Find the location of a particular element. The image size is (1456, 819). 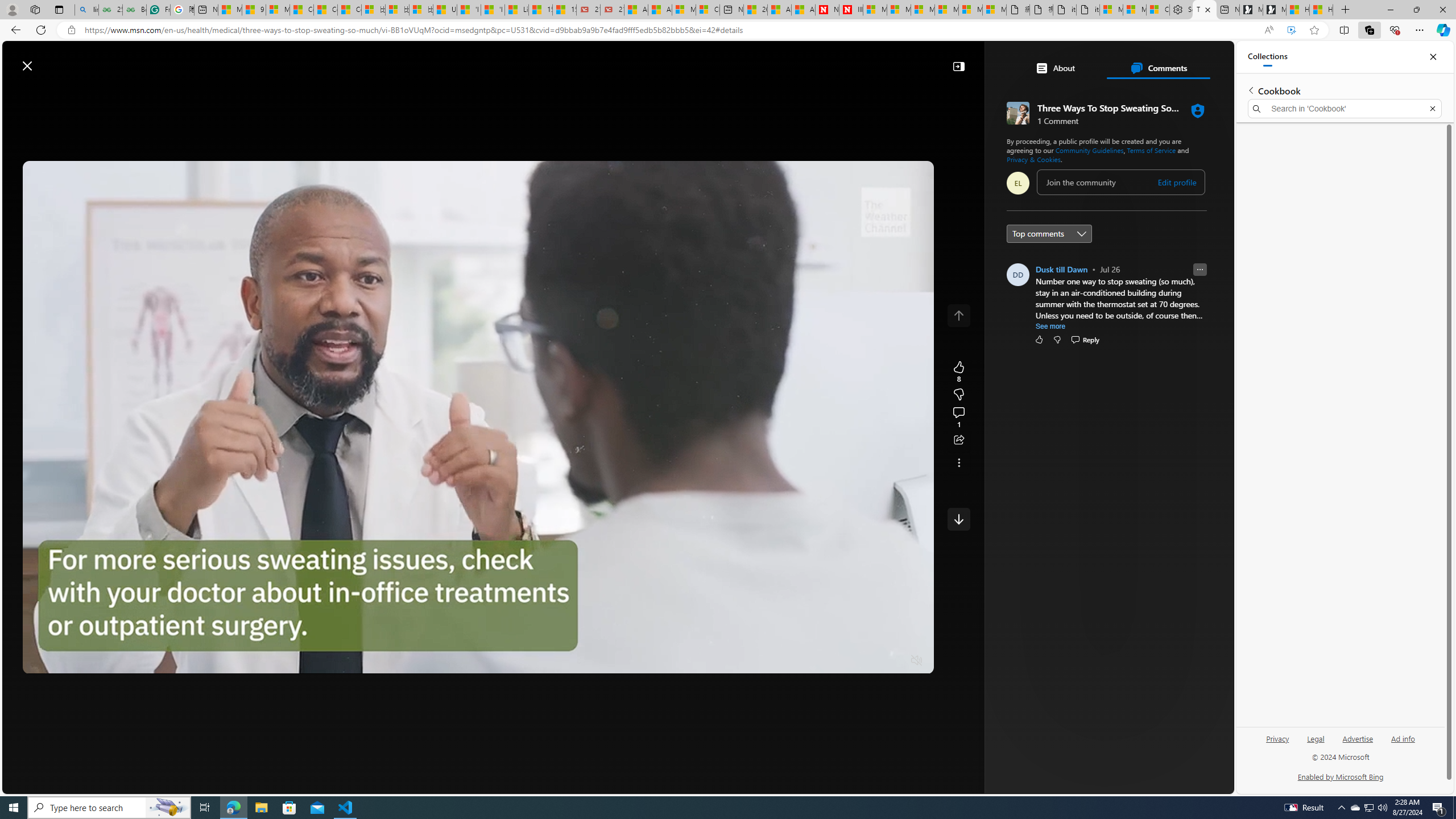

'How to Use a TV as a Computer Monitor' is located at coordinates (1321, 9).